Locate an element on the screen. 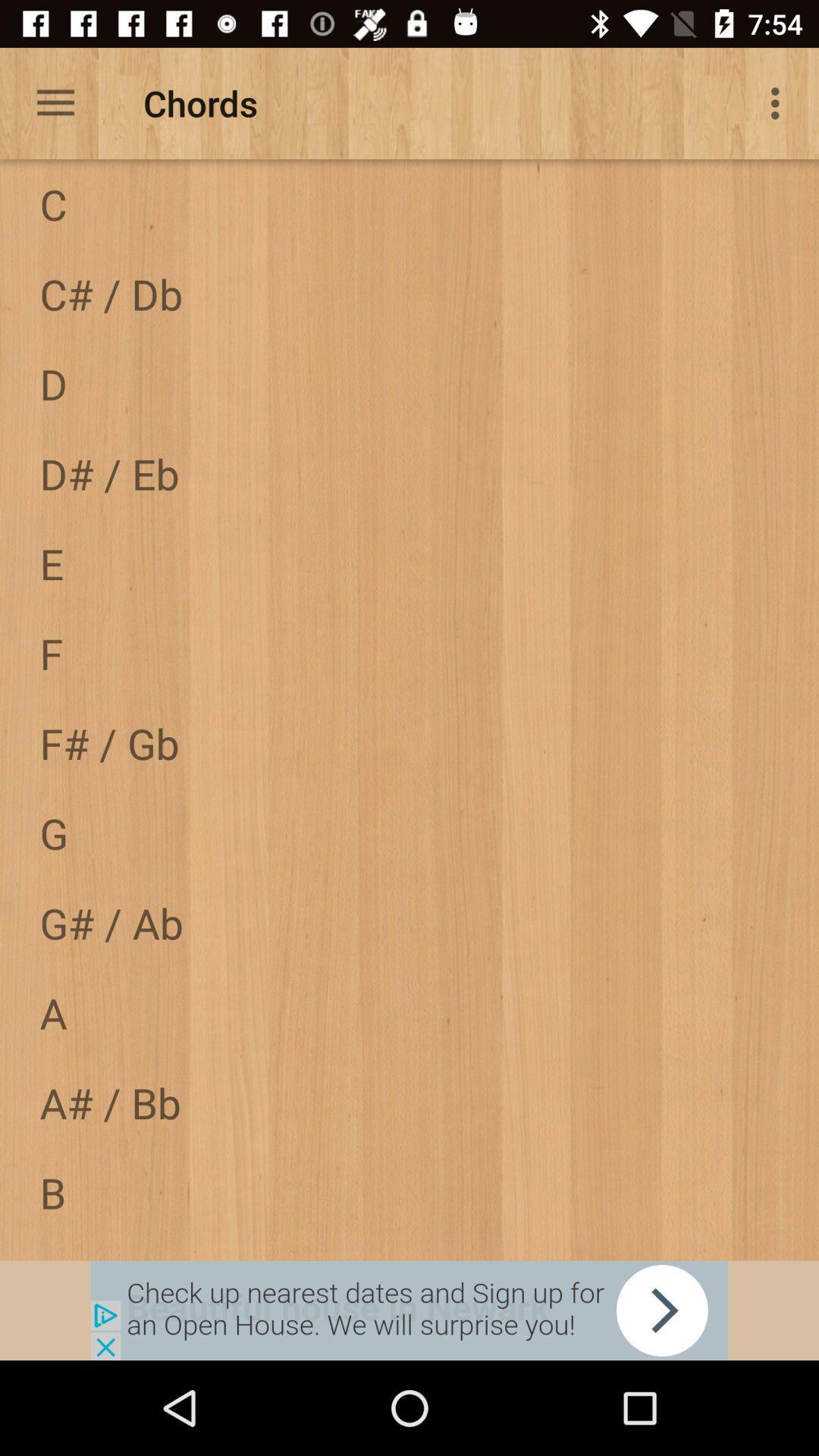 The height and width of the screenshot is (1456, 819). open advertisement is located at coordinates (409, 1310).